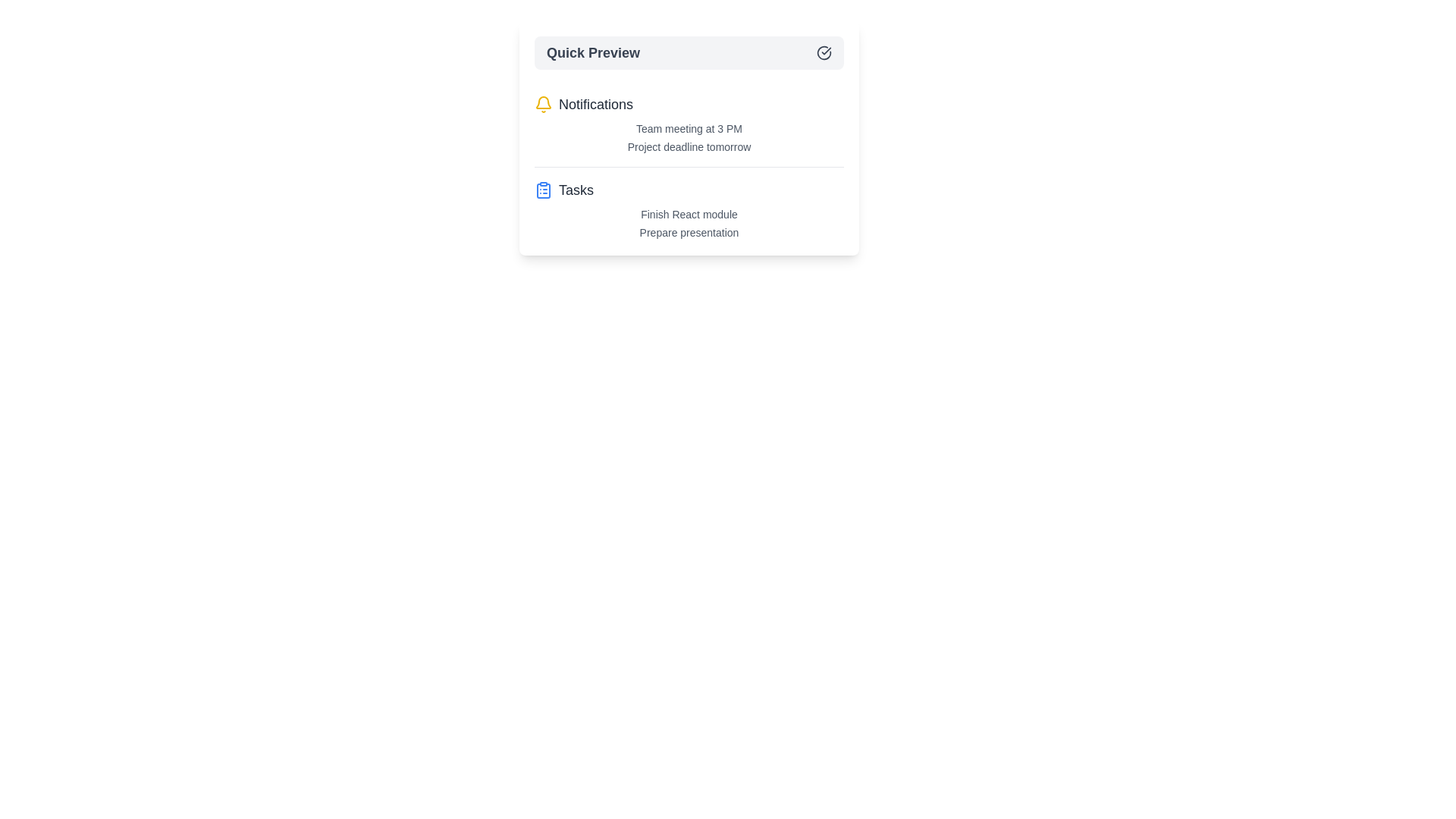 This screenshot has height=819, width=1456. I want to click on the Quick Preview button to toggle the menu visibility, so click(688, 52).